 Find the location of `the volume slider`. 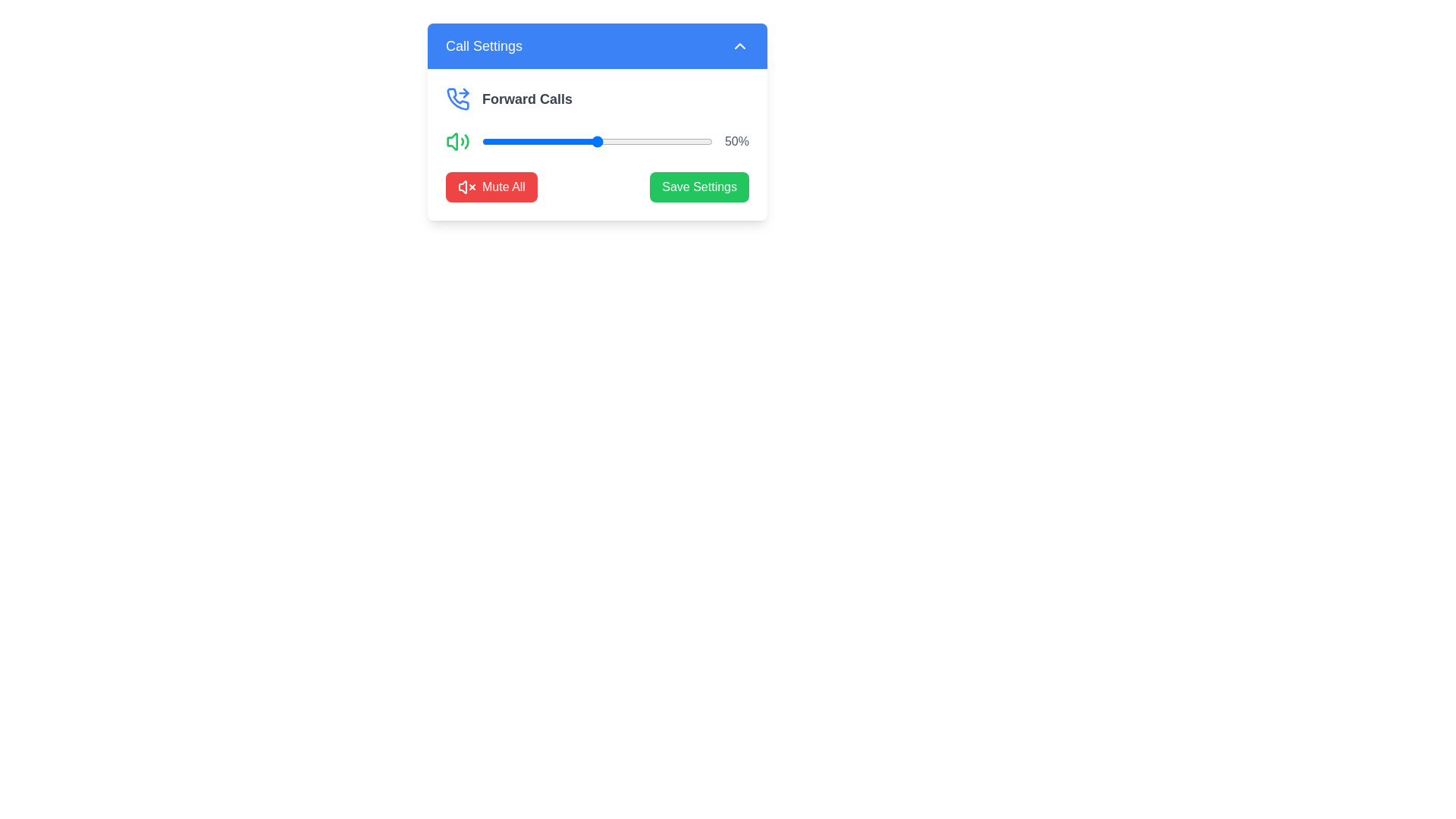

the volume slider is located at coordinates (571, 141).